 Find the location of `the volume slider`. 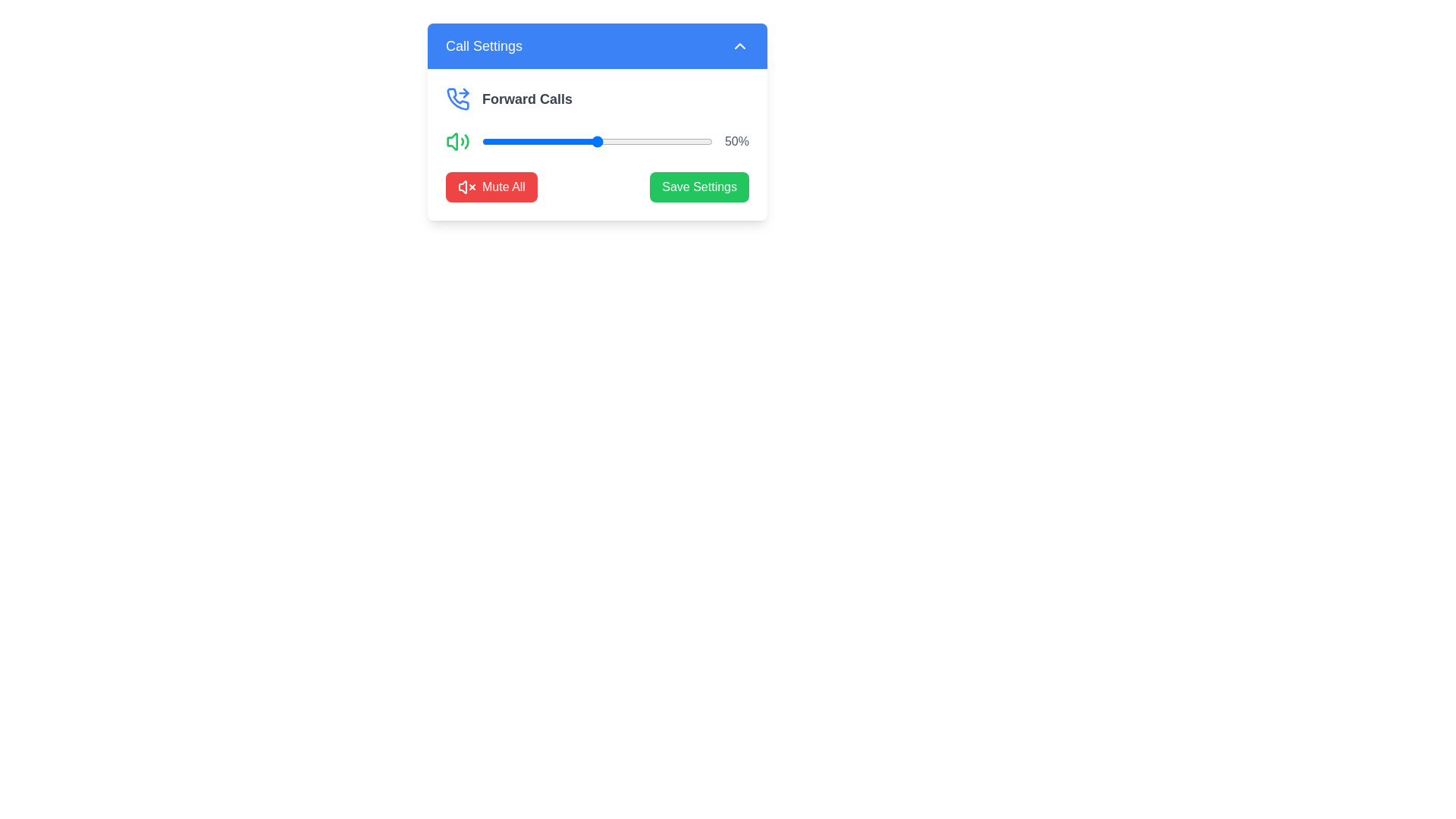

the volume slider is located at coordinates (571, 141).